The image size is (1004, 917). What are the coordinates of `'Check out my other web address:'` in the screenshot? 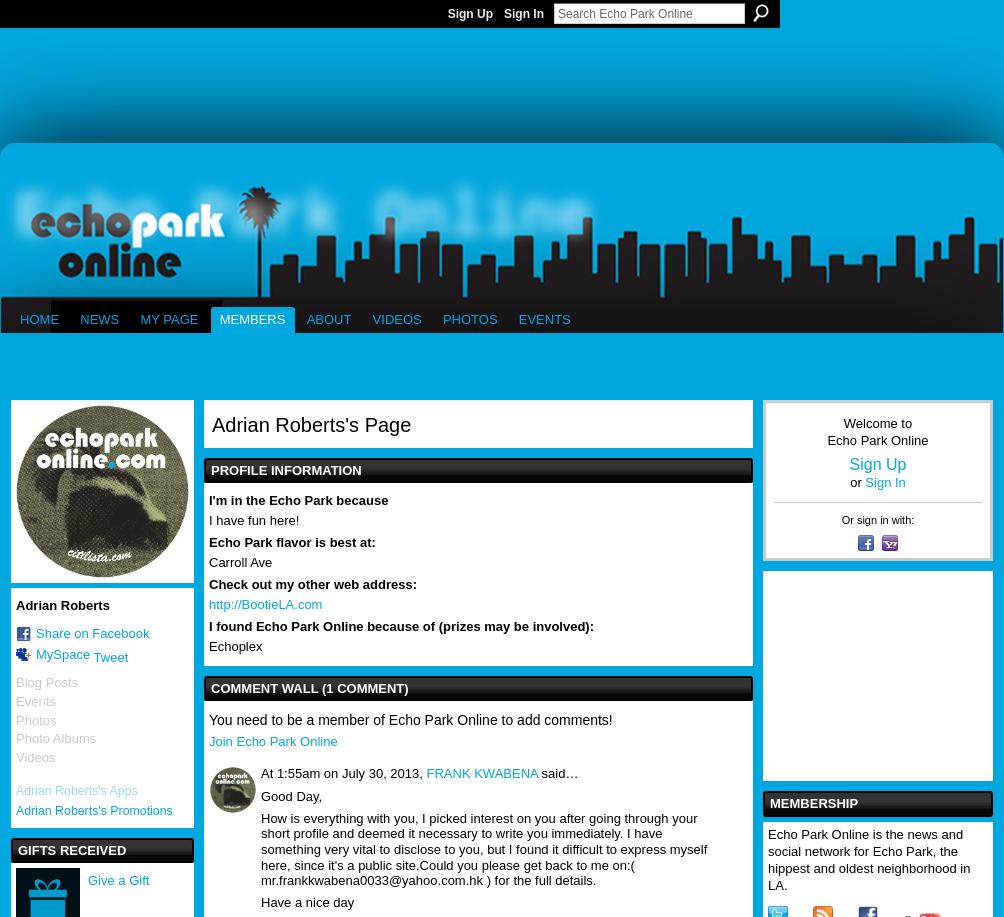 It's located at (208, 583).